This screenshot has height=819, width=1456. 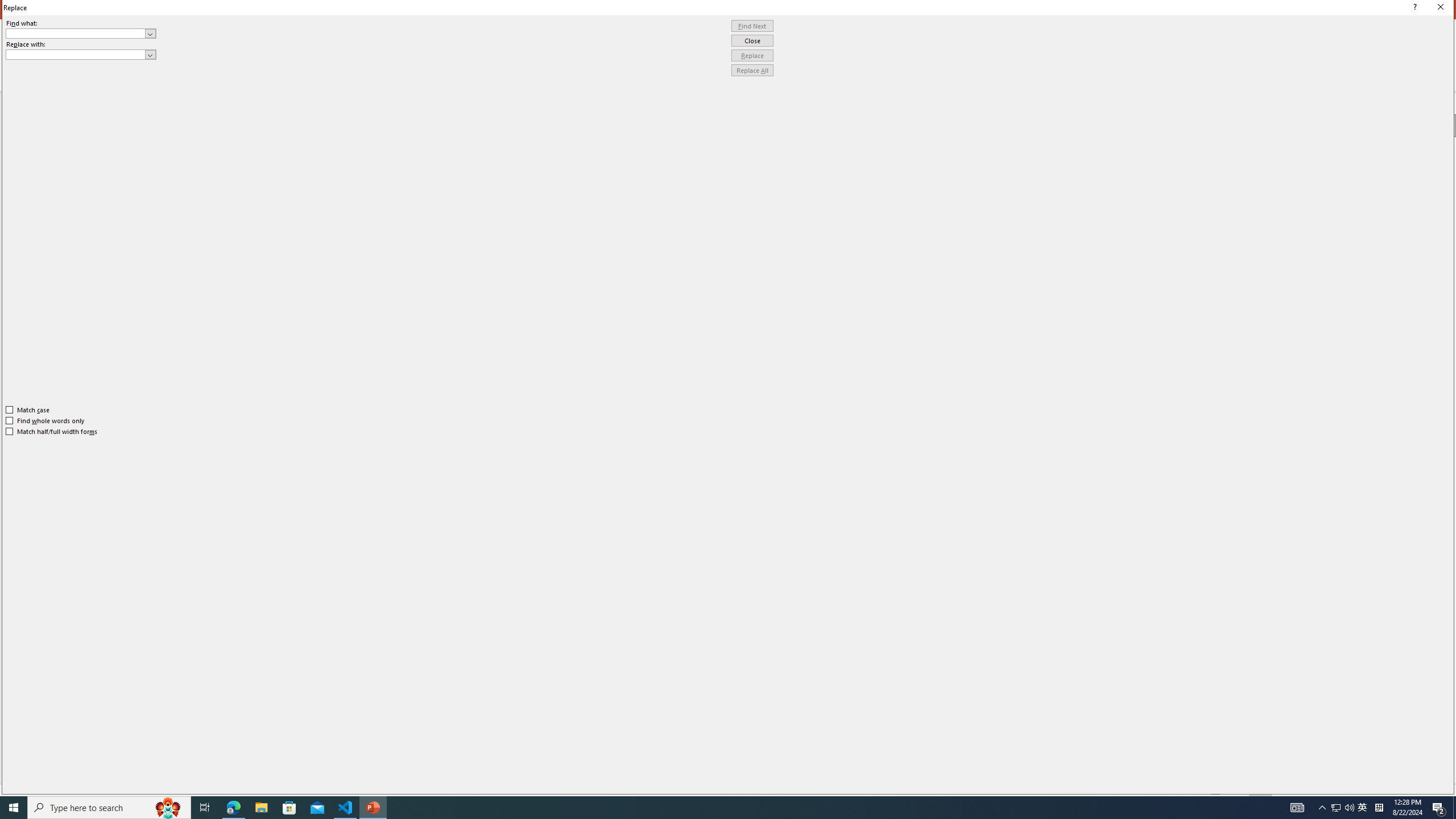 I want to click on 'Replace All', so click(x=752, y=69).